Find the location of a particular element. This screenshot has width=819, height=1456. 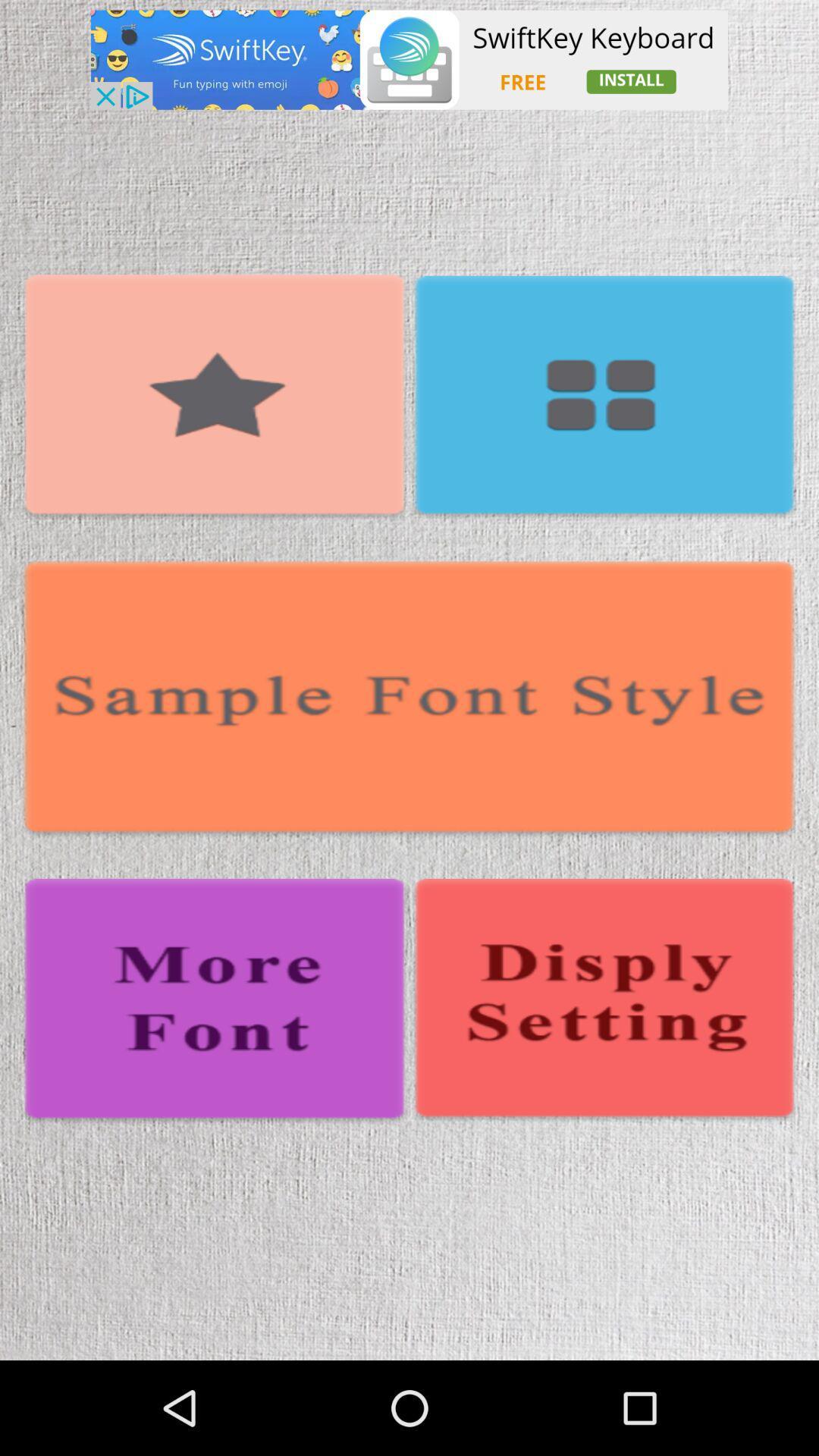

make the text highlighted is located at coordinates (215, 397).